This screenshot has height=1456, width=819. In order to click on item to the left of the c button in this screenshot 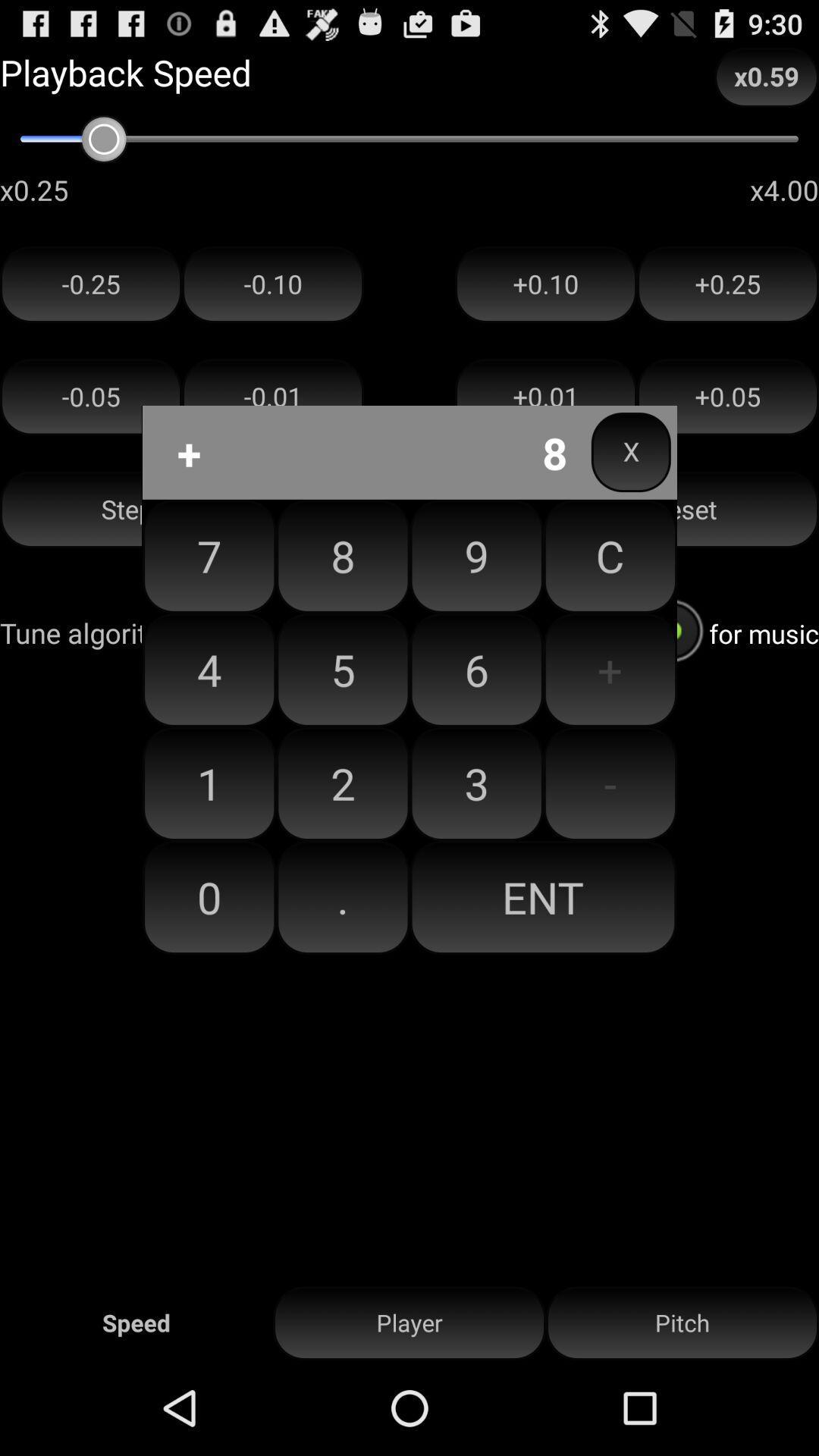, I will do `click(475, 669)`.